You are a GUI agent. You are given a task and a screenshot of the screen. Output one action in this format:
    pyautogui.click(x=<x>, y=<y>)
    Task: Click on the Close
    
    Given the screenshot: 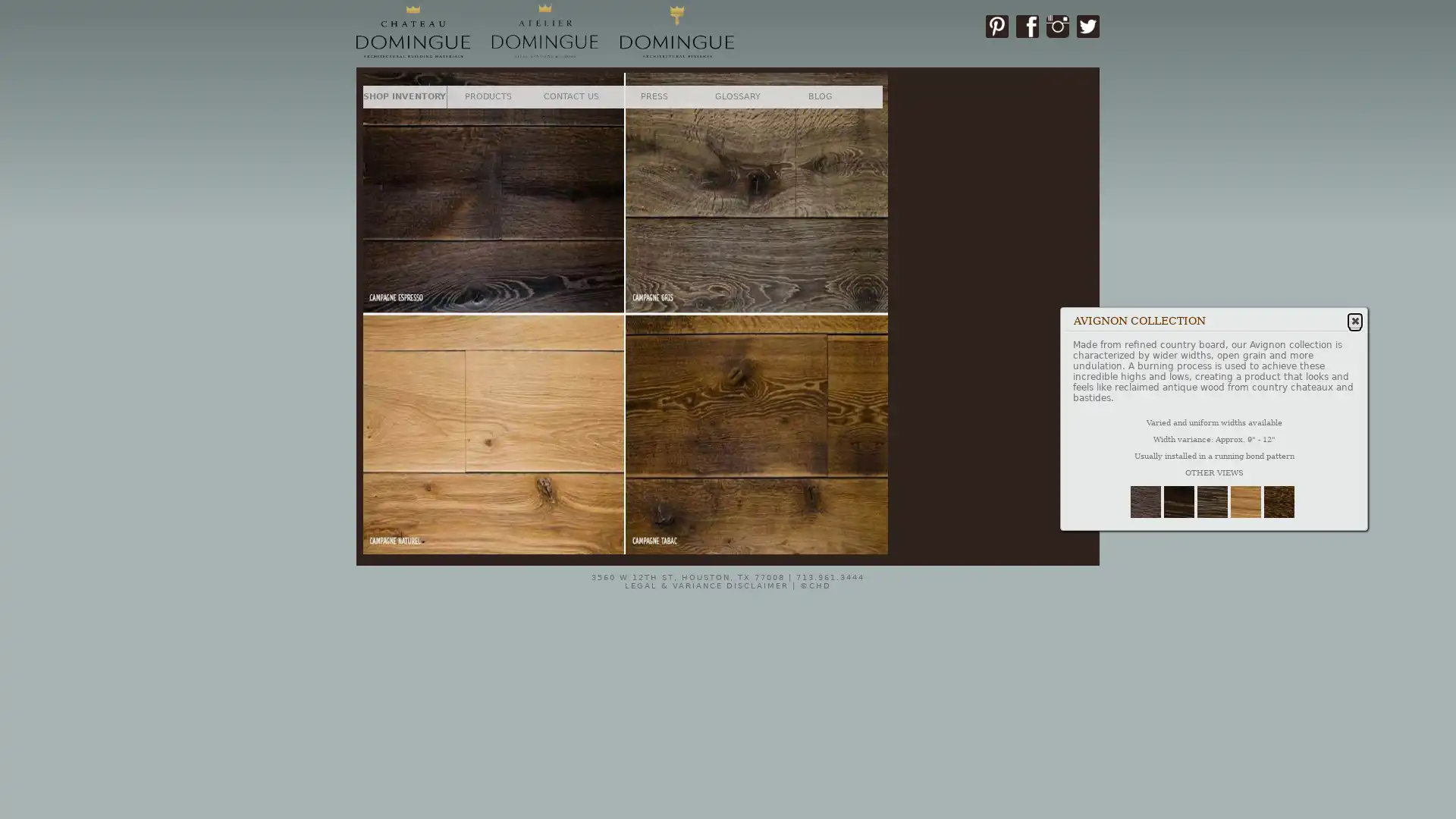 What is the action you would take?
    pyautogui.click(x=480, y=116)
    